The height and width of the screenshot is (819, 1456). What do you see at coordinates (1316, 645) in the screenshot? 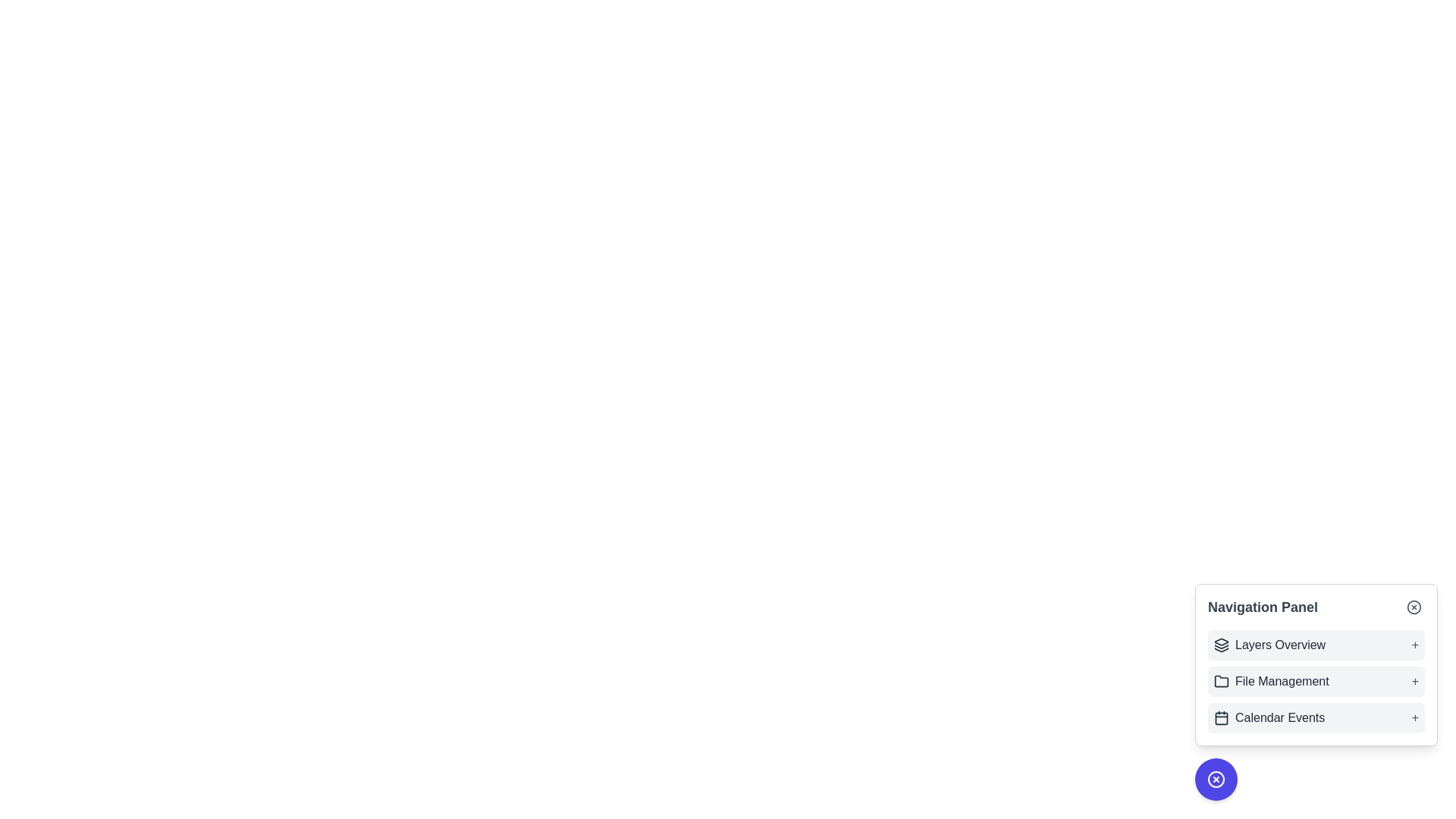
I see `the first navigational entry in the vertical list` at bounding box center [1316, 645].